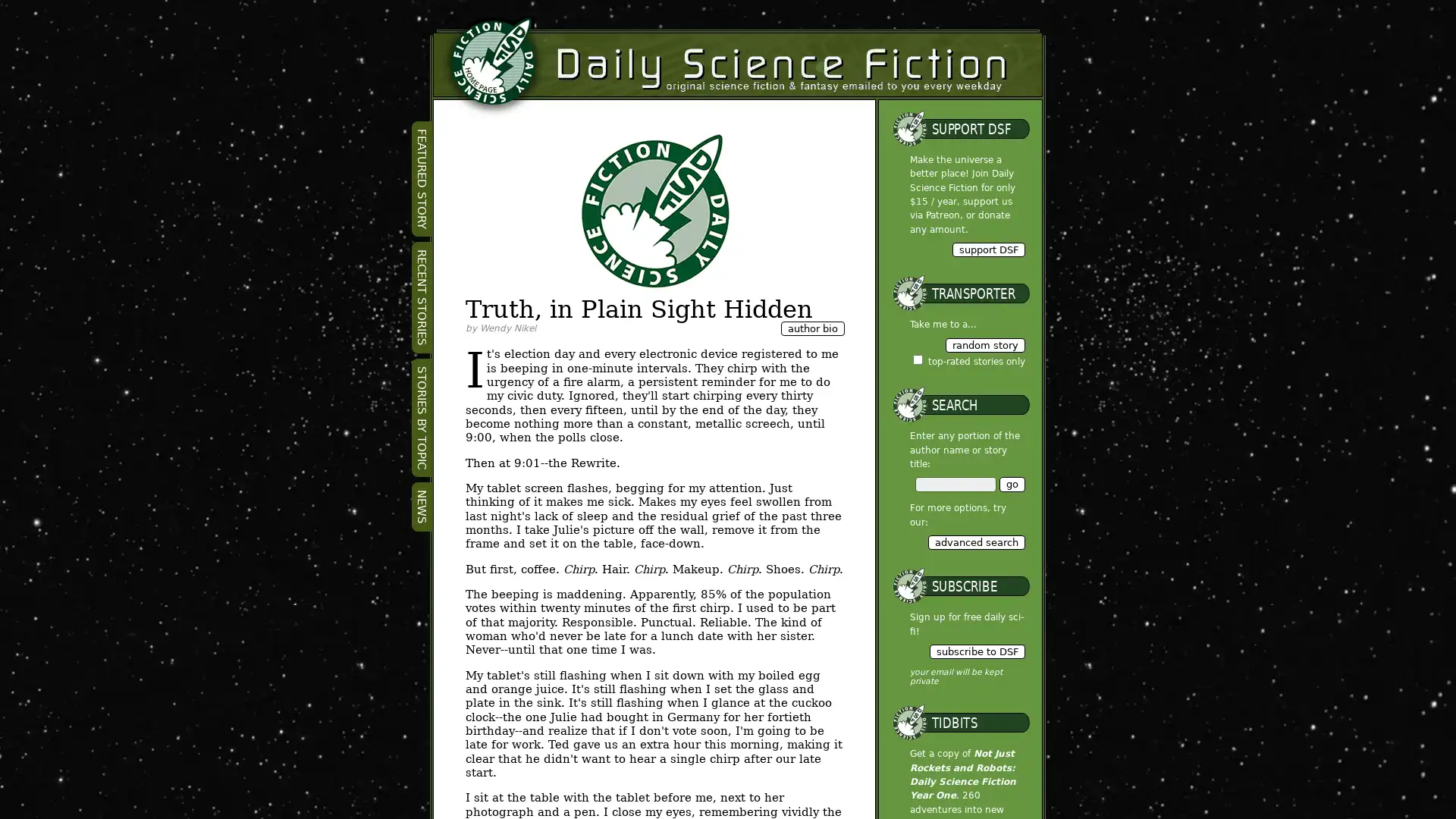  I want to click on support DSF, so click(987, 248).